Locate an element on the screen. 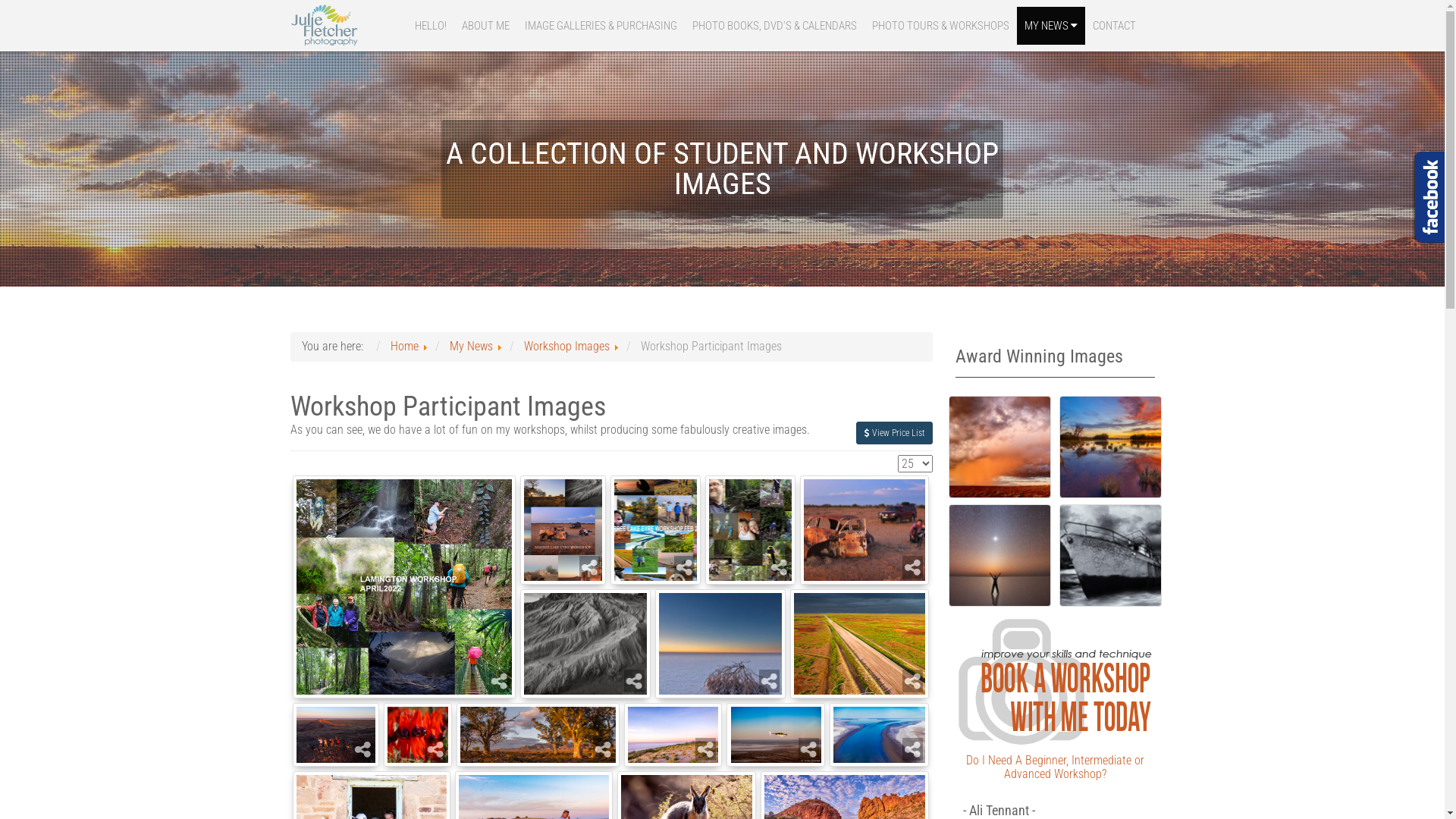 Image resolution: width=1456 pixels, height=819 pixels. 'Workshop Images' is located at coordinates (565, 346).